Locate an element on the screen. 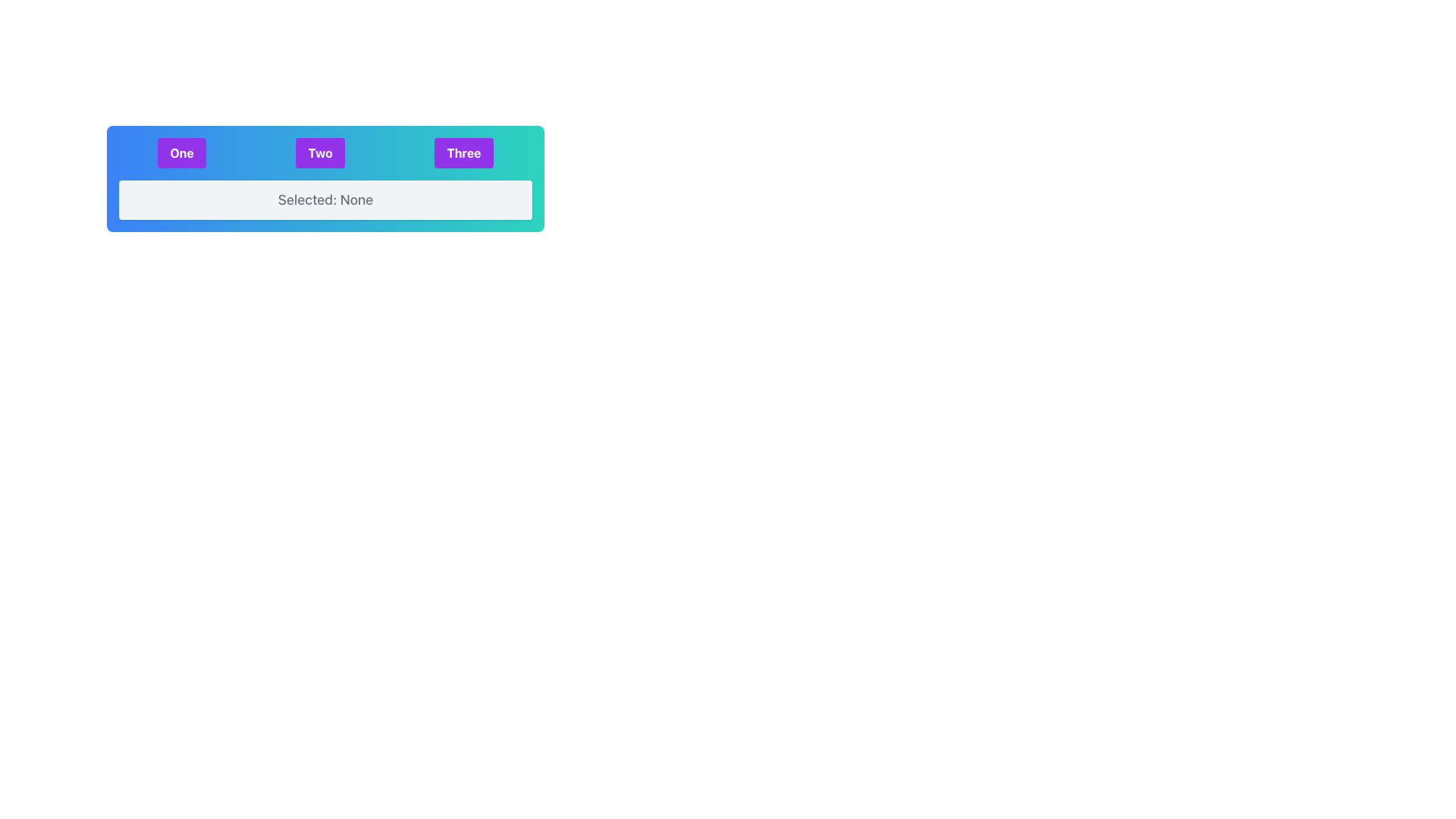 The image size is (1456, 819). the A row of buttons labeled 'One', 'Two', and 'Three', which are styled with a bold font on a vivid purple background is located at coordinates (325, 152).